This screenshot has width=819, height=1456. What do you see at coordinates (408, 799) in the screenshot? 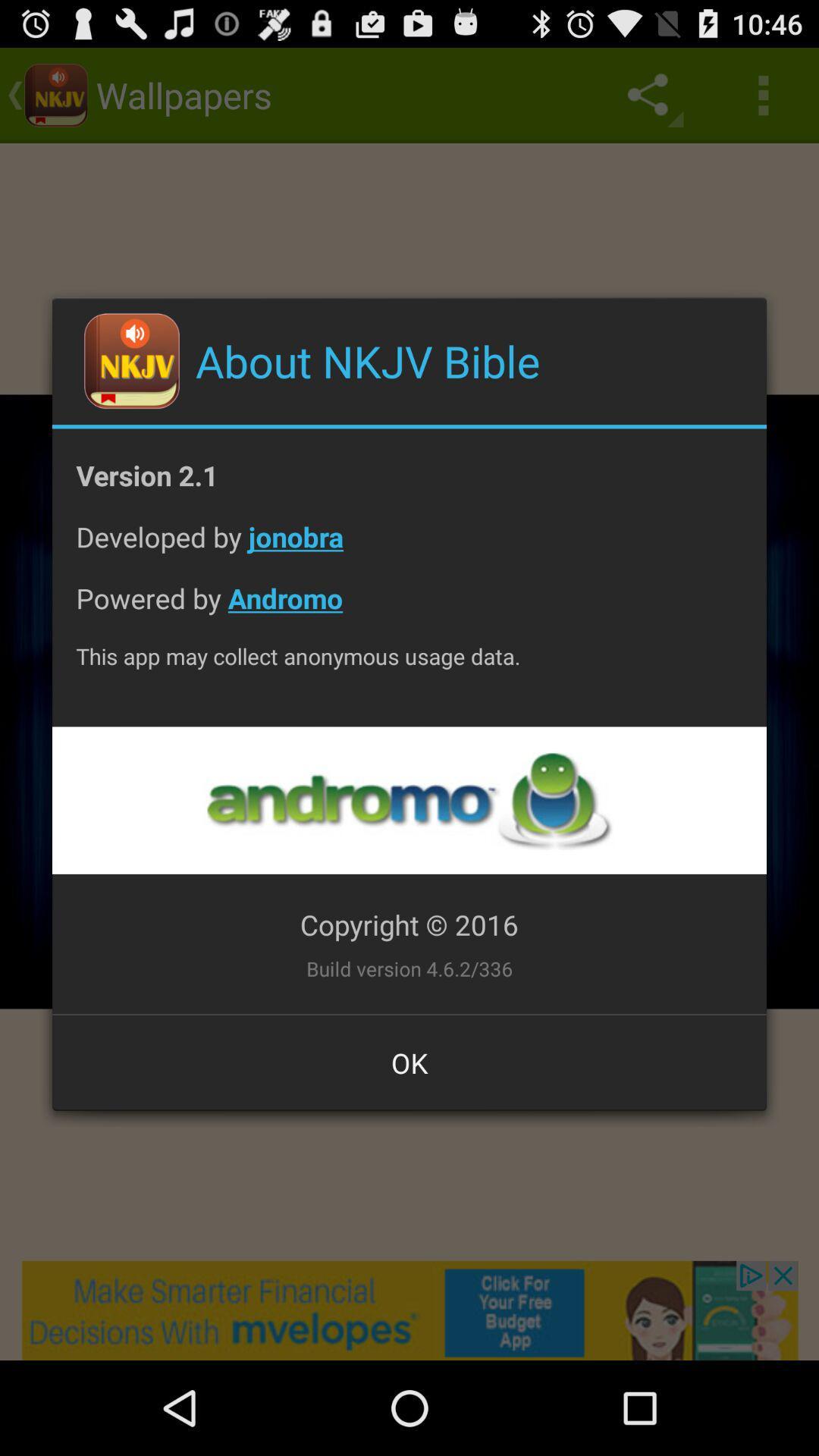
I see `andromo logo to go to website` at bounding box center [408, 799].